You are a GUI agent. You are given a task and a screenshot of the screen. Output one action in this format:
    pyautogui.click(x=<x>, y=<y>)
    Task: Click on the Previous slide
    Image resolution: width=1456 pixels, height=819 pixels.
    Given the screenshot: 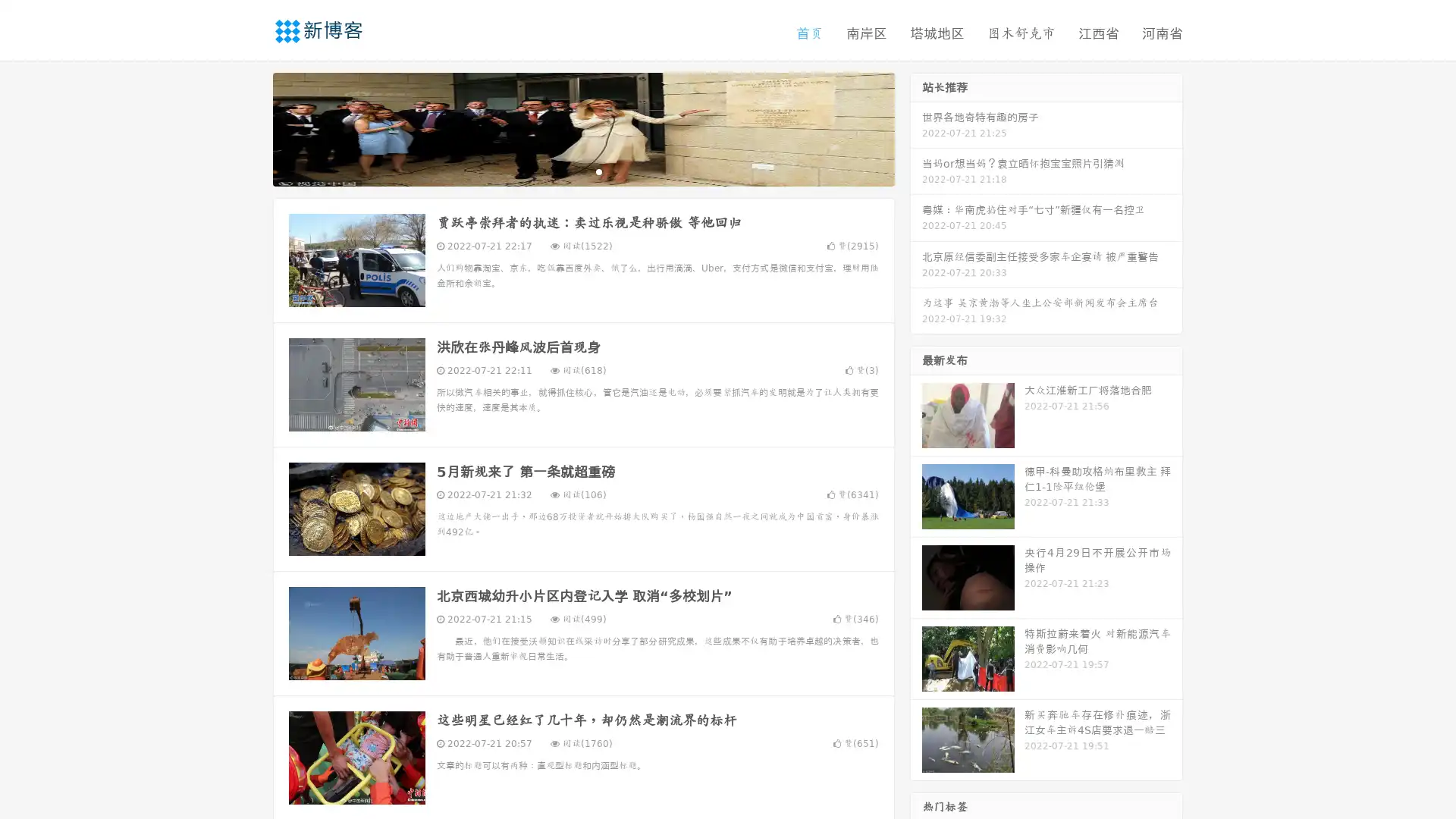 What is the action you would take?
    pyautogui.click(x=250, y=127)
    